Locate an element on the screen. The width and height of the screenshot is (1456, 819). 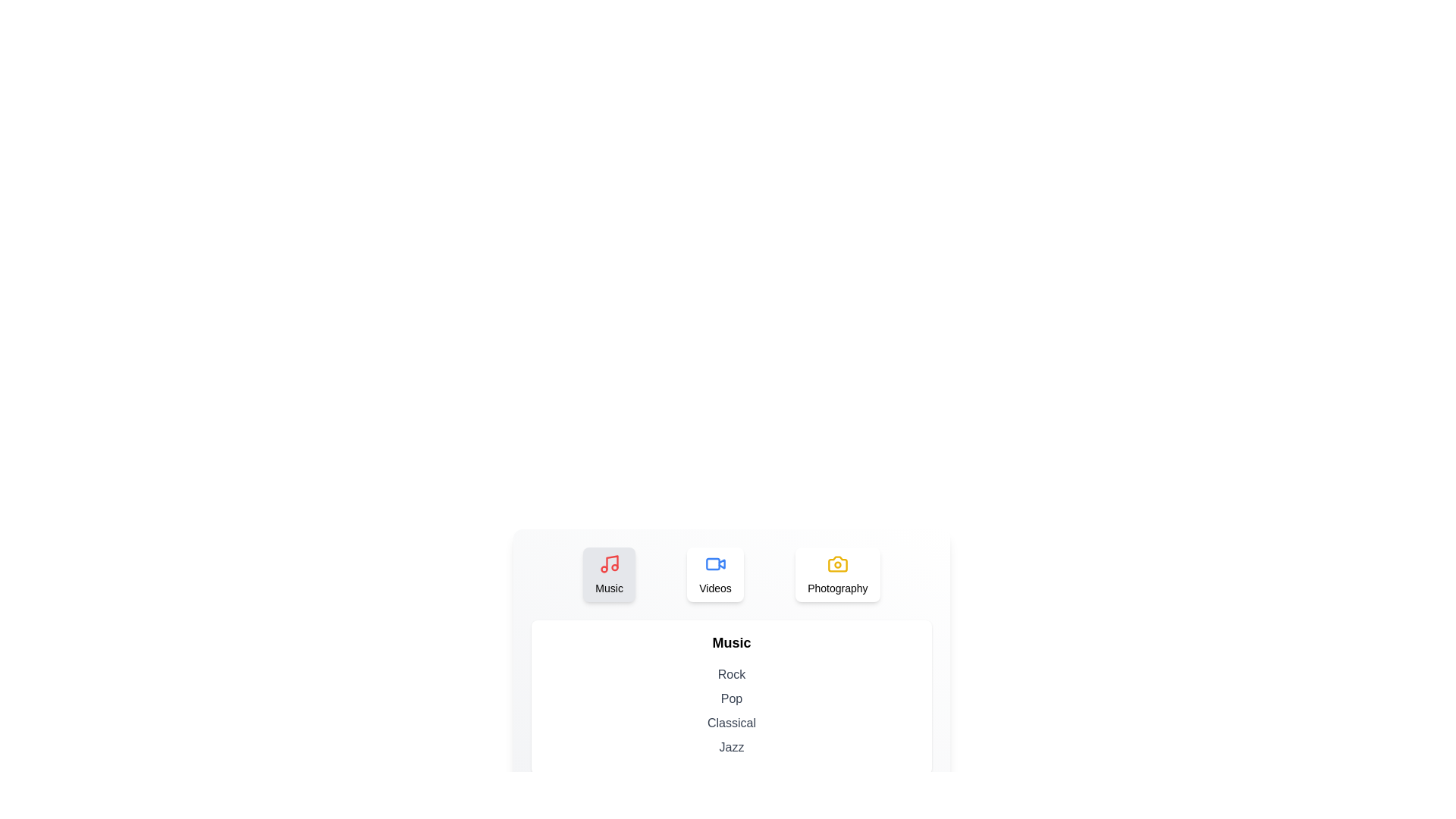
the tab labeled Videos to see its hover effect is located at coordinates (714, 575).